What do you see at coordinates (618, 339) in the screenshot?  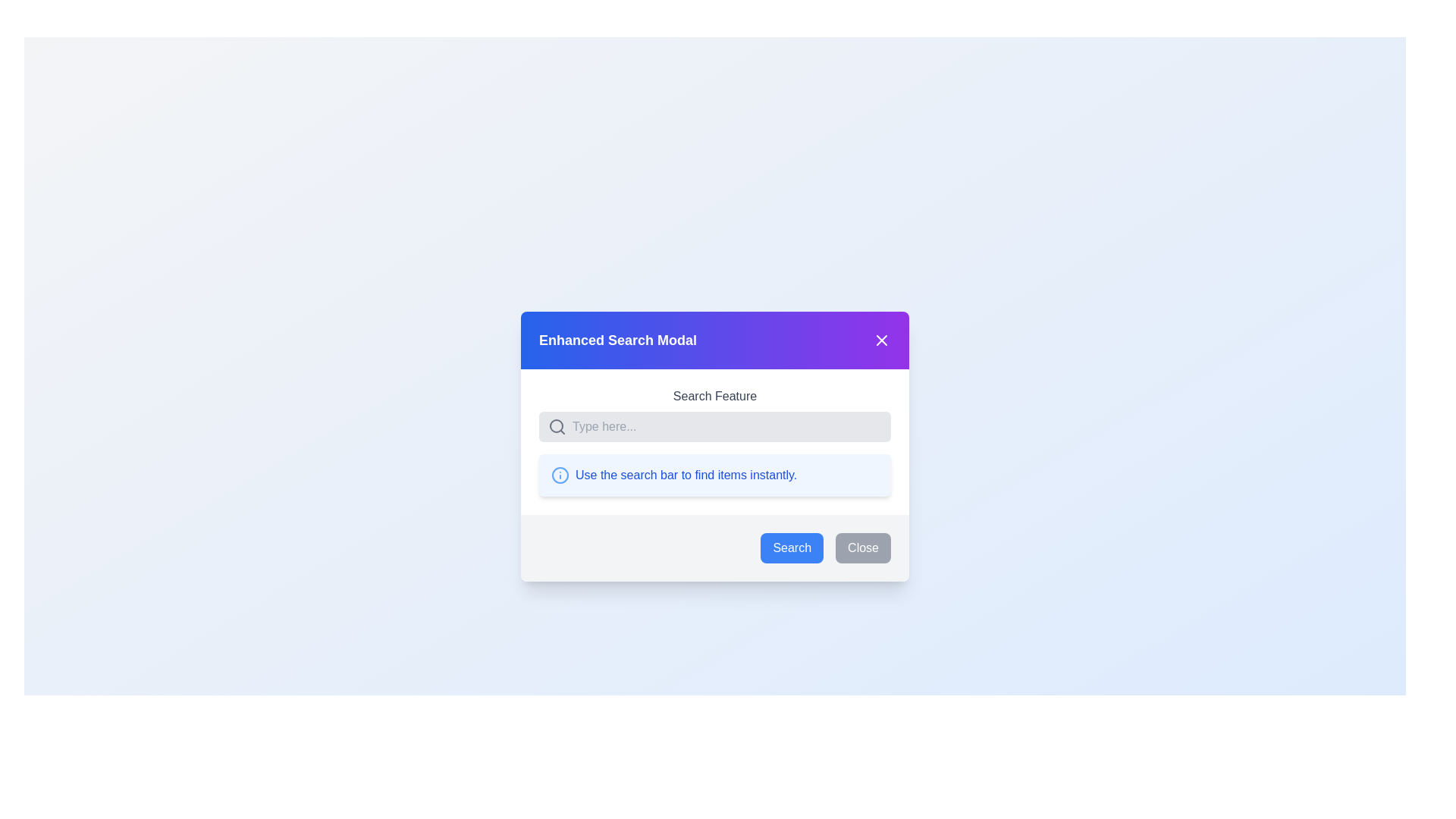 I see `the text label 'Enhanced Search Modal' which is styled in bold and positioned at the upper section of the modal window` at bounding box center [618, 339].